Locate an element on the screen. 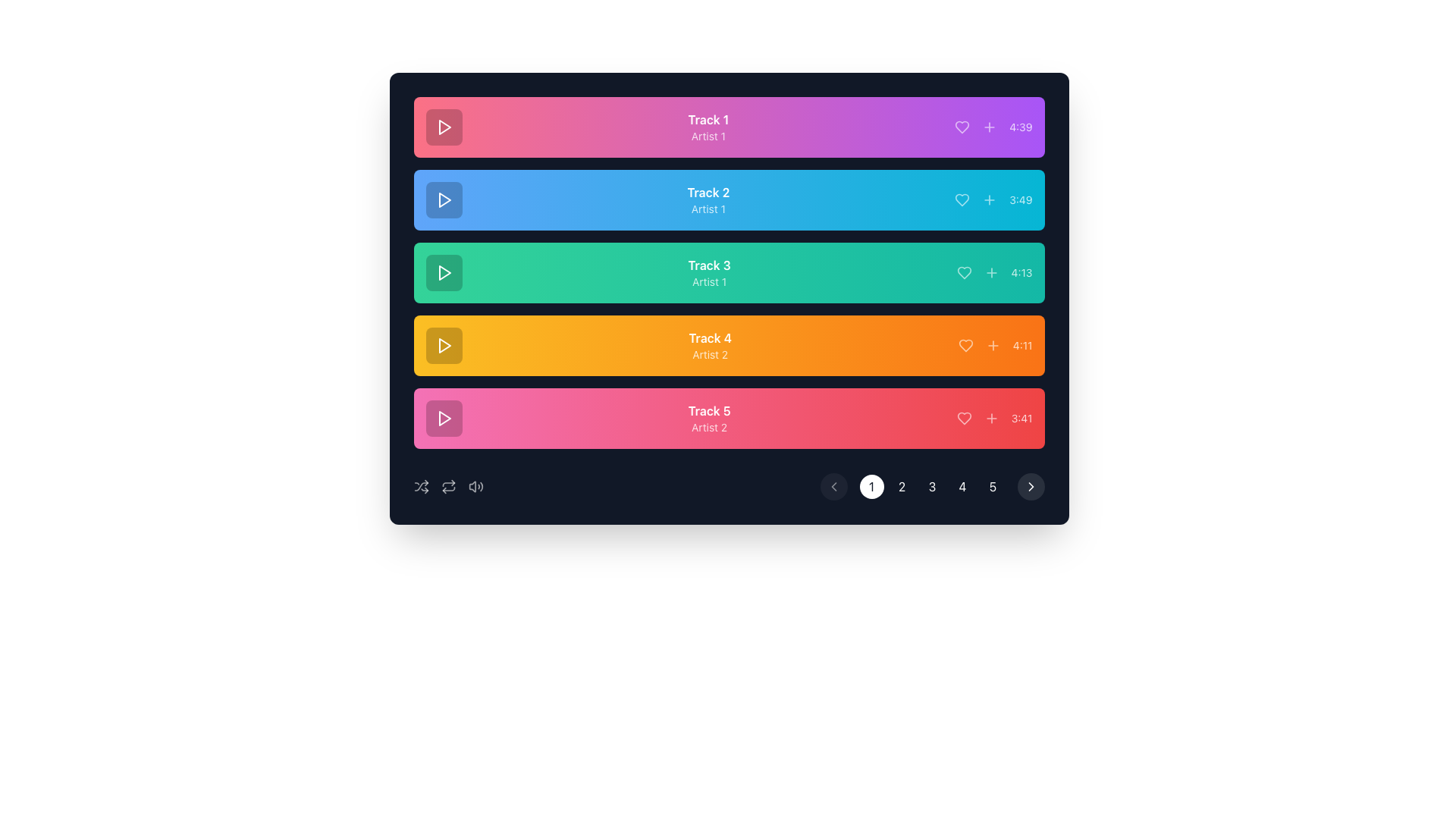 This screenshot has width=1456, height=819. the circular button with a left-pointing chevron icon at its center is located at coordinates (833, 486).